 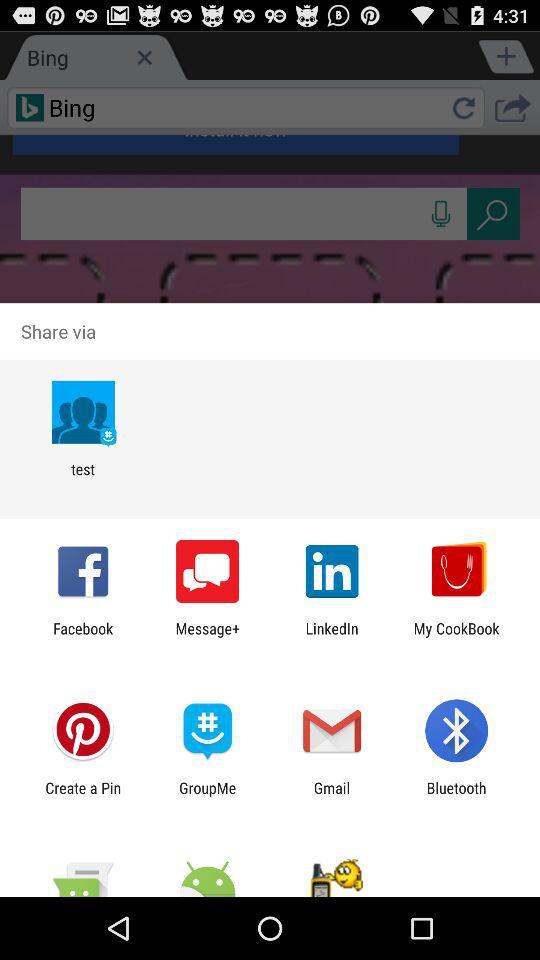 I want to click on the app to the right of the groupme icon, so click(x=332, y=796).